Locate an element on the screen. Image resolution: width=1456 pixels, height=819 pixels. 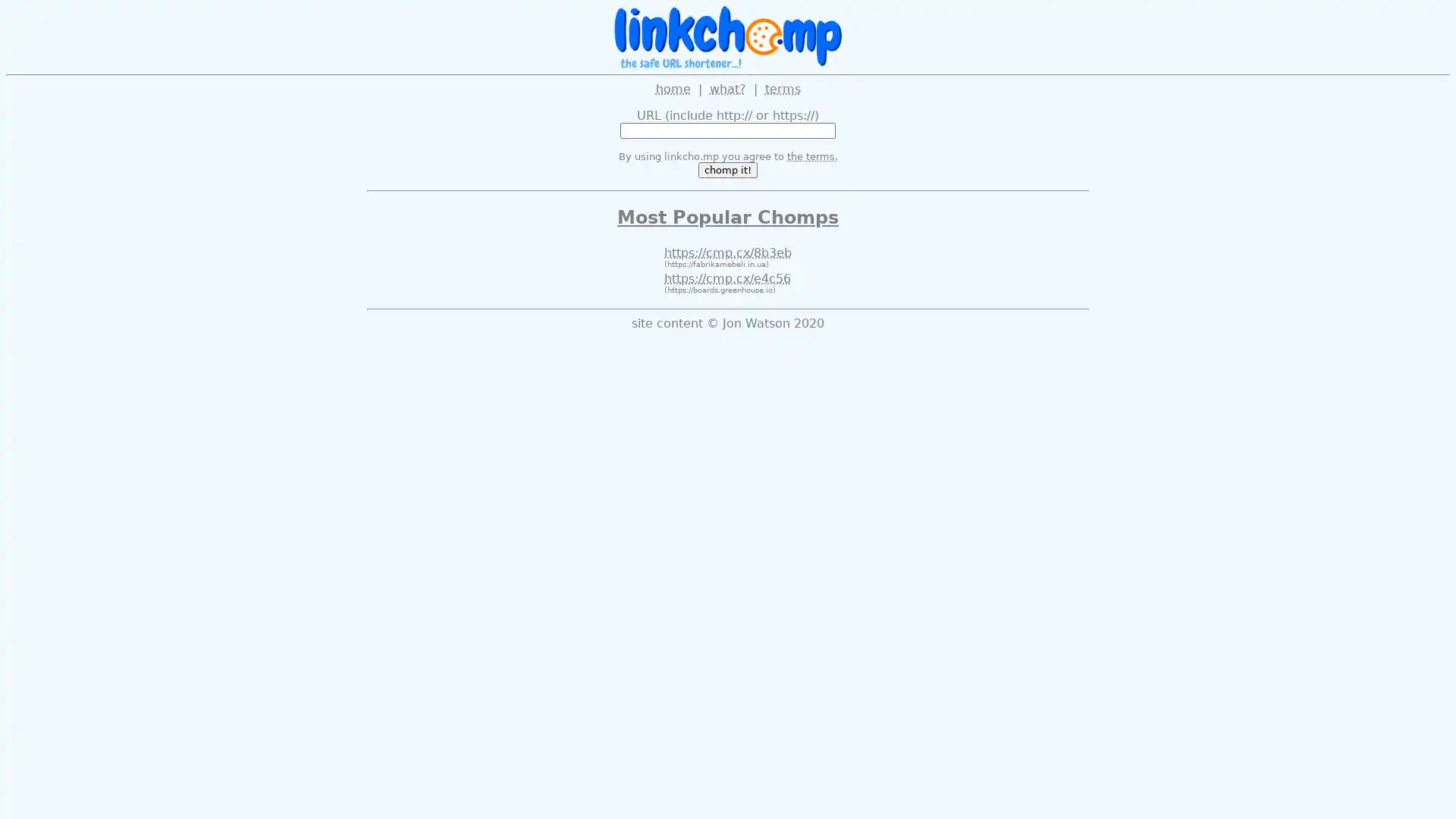
chomp it! is located at coordinates (728, 169).